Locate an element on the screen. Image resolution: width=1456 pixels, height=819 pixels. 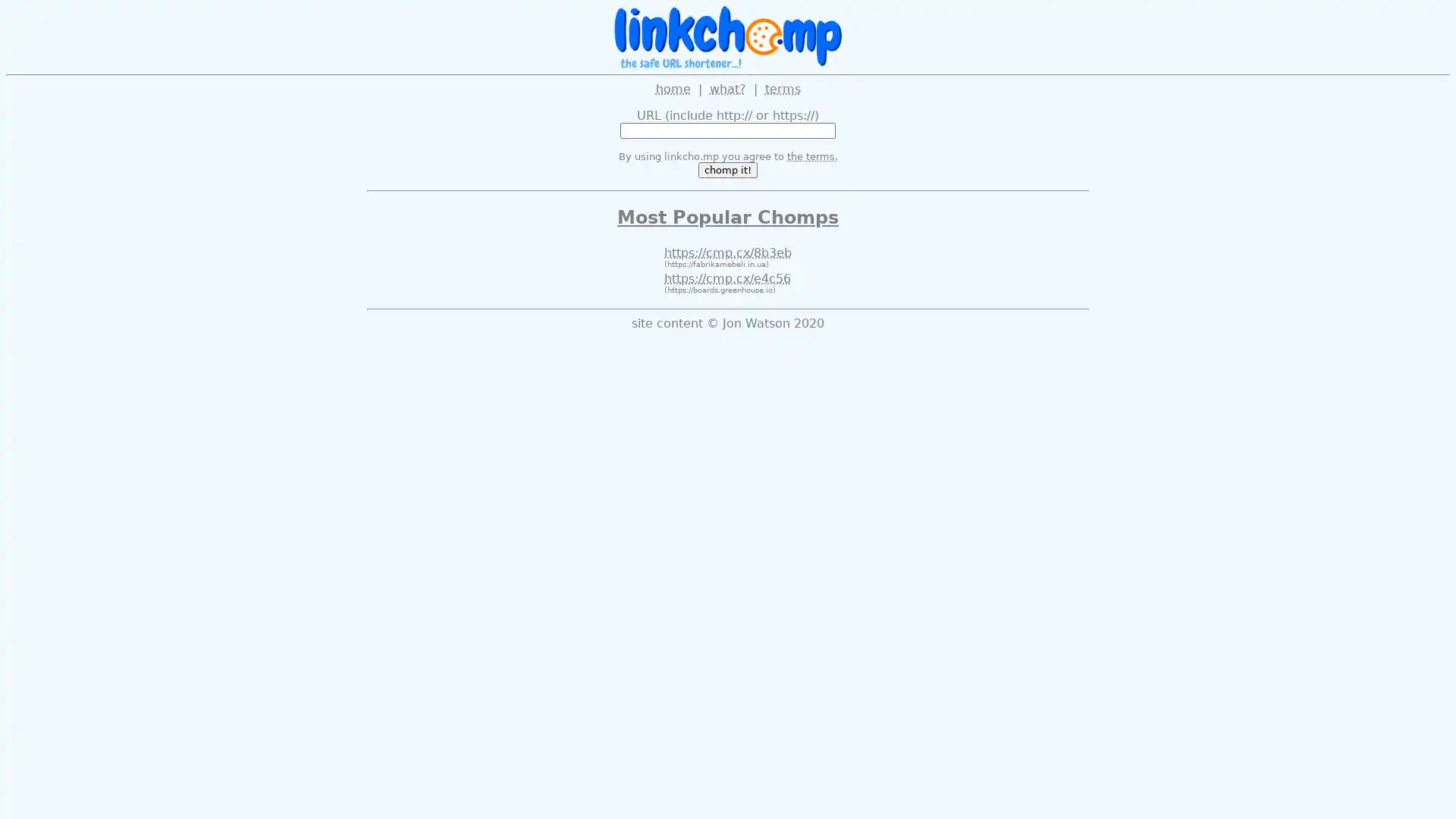
chomp it! is located at coordinates (728, 169).